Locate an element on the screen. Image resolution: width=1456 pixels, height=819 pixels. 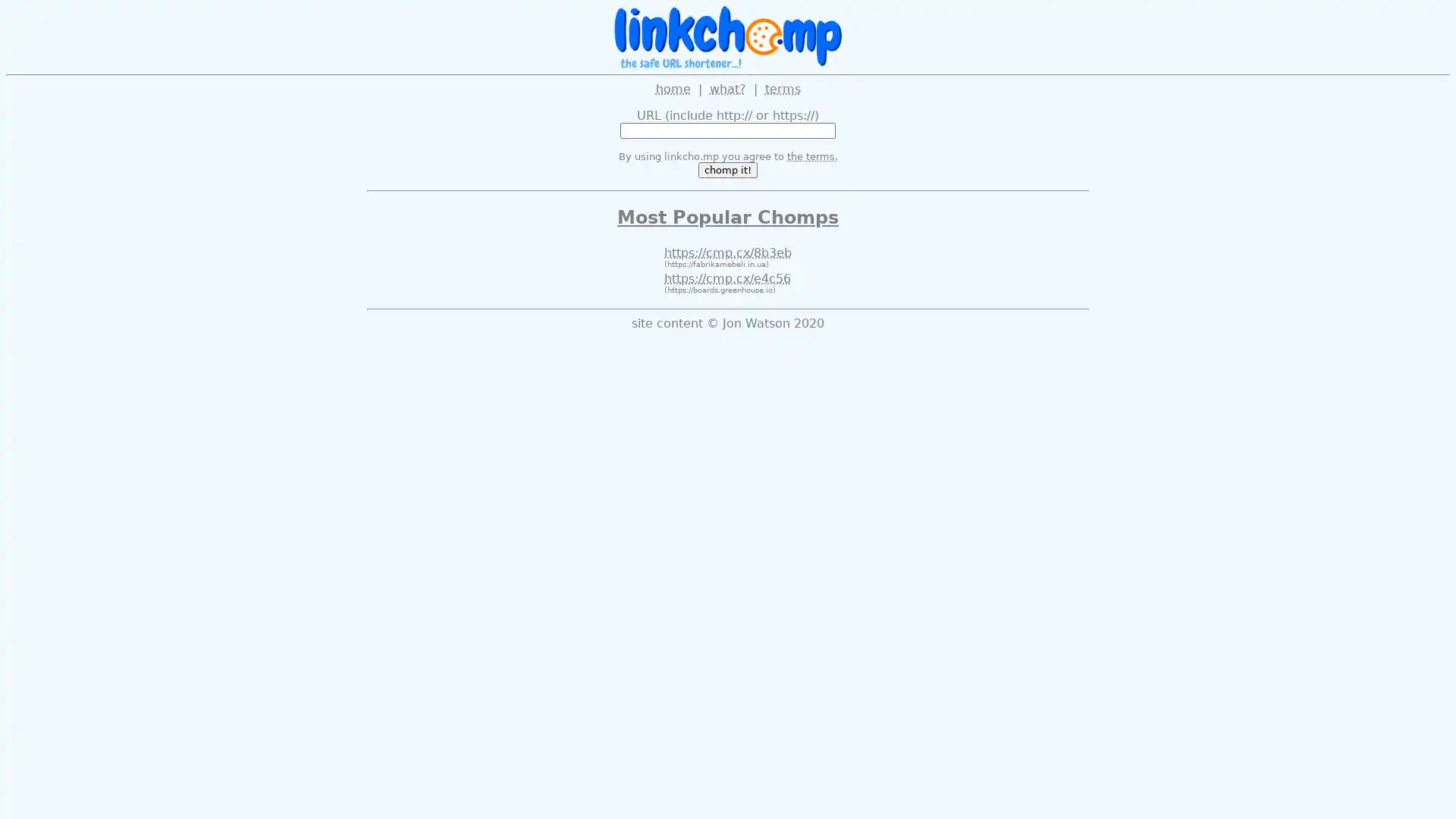
chomp it! is located at coordinates (728, 169).